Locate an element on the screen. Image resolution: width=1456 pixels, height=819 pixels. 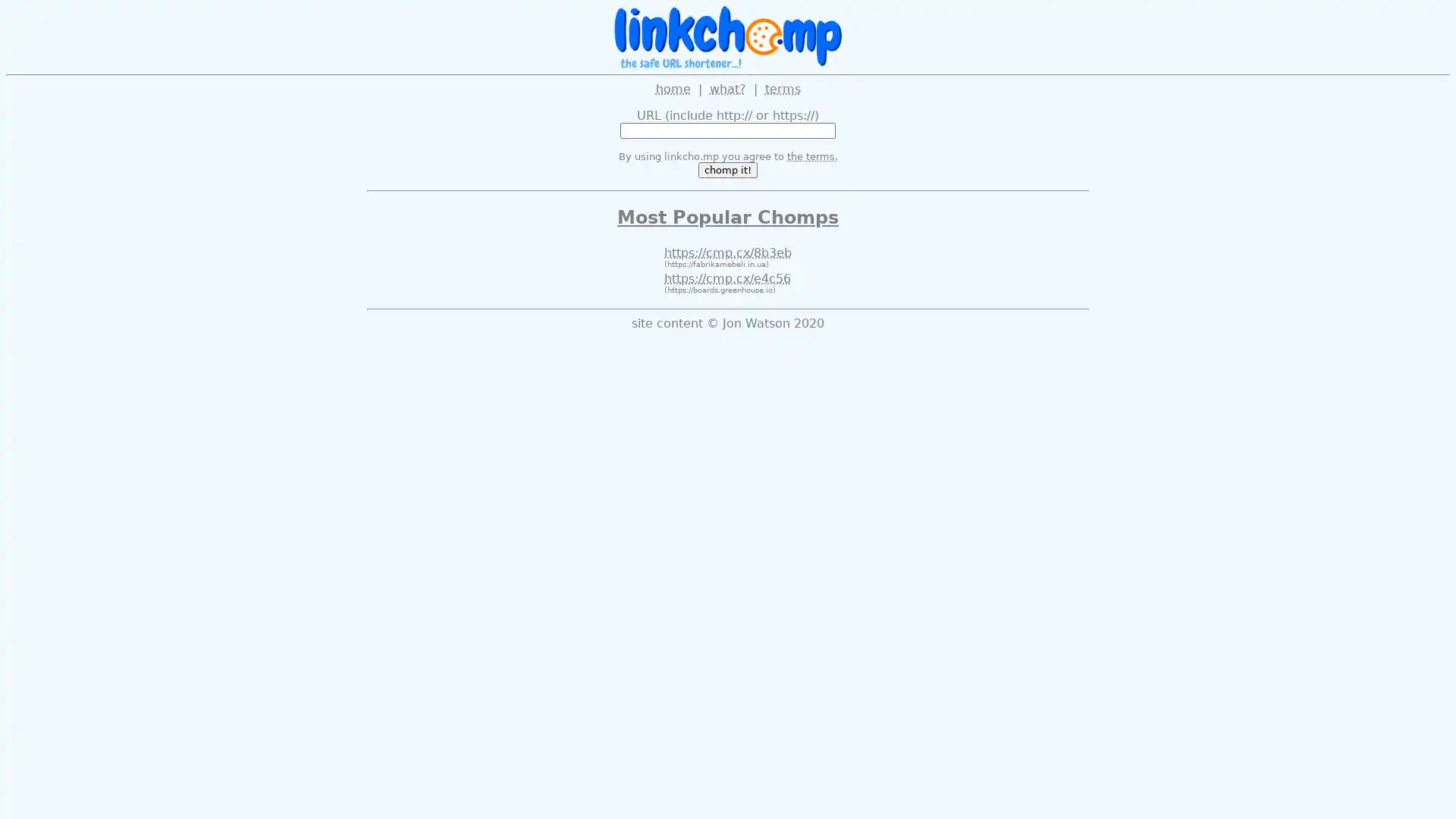
chomp it! is located at coordinates (728, 169).